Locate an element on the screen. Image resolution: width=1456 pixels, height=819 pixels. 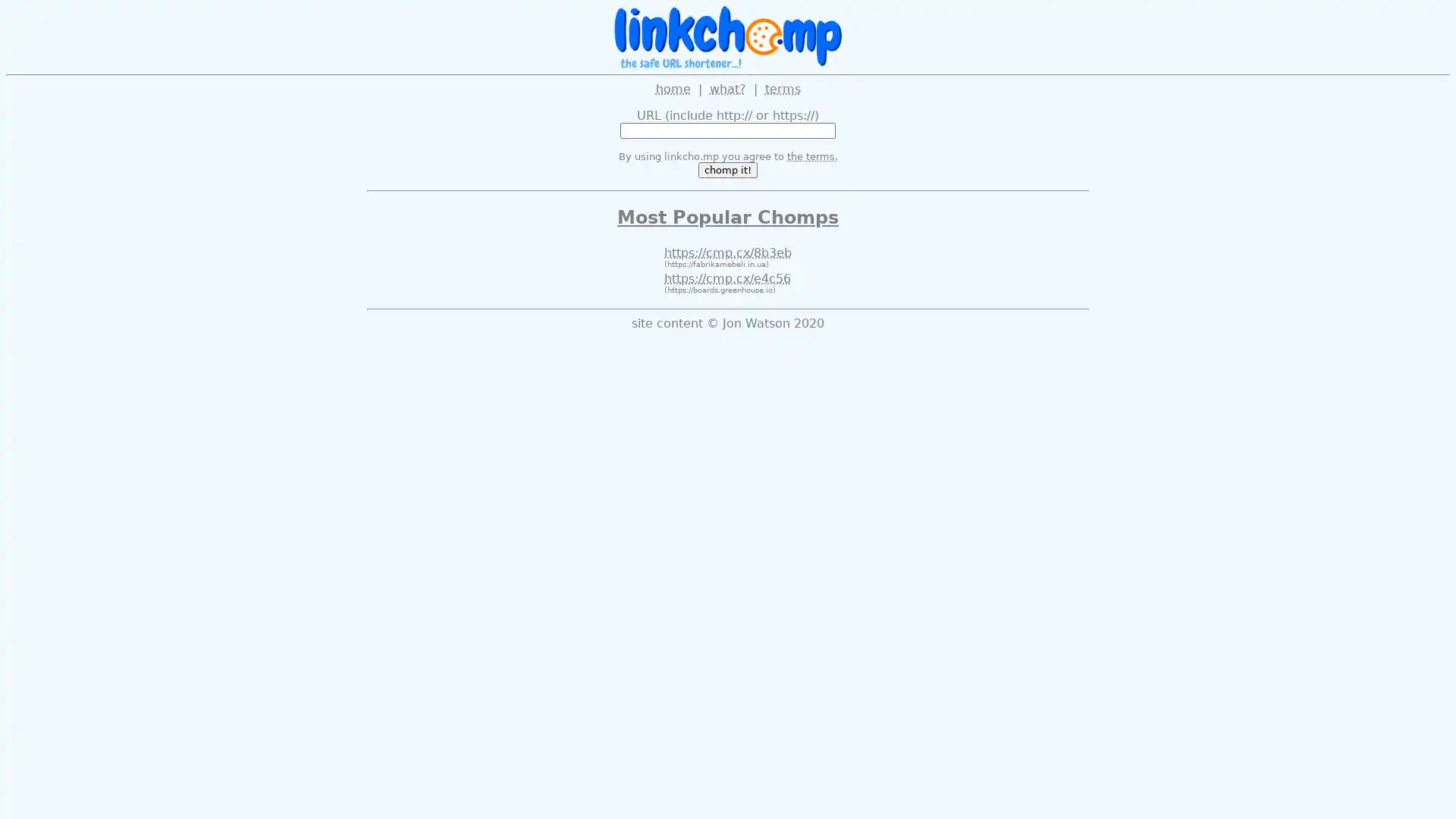
chomp it! is located at coordinates (728, 169).